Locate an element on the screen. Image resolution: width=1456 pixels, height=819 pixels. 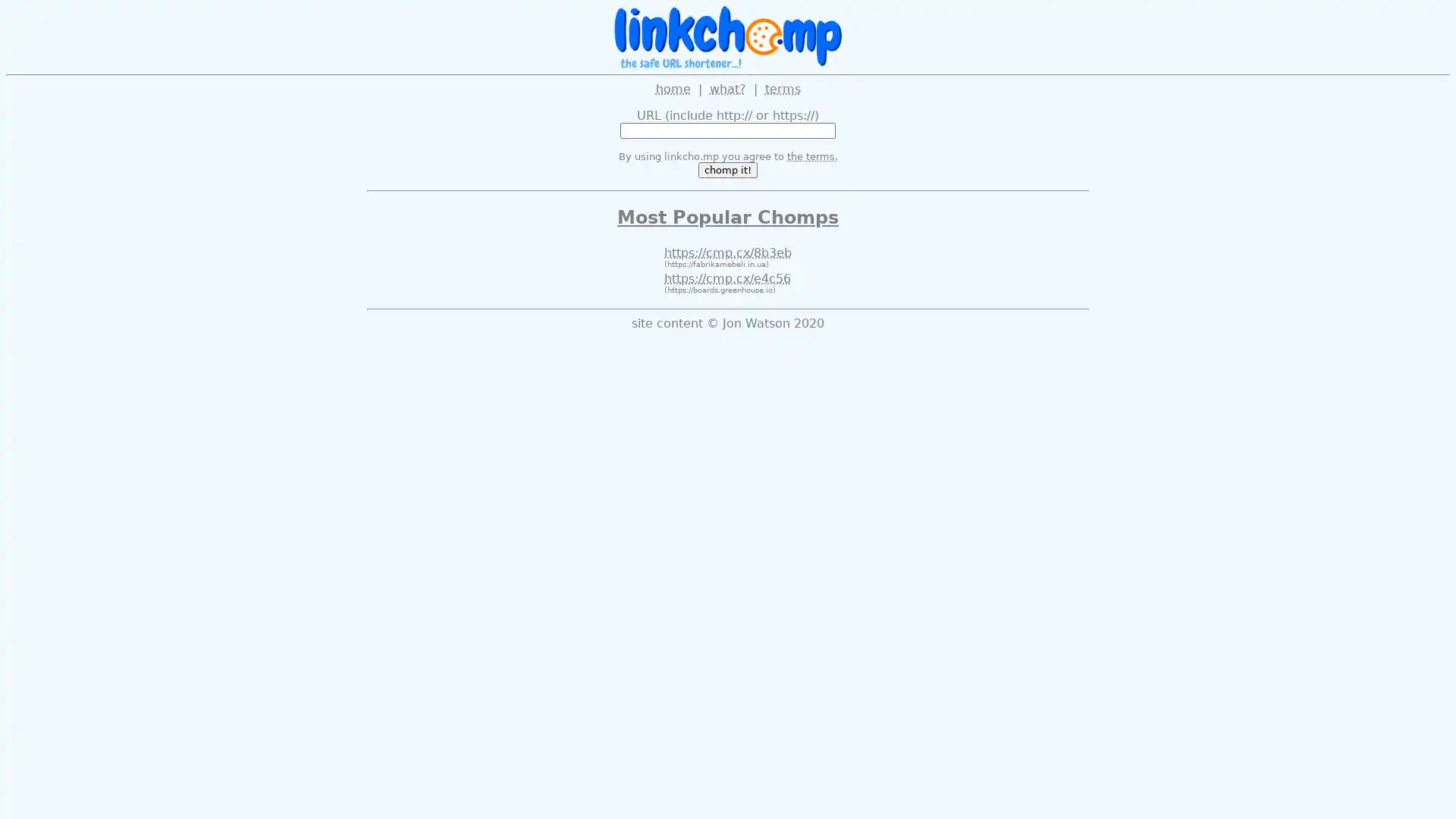
chomp it! is located at coordinates (728, 169).